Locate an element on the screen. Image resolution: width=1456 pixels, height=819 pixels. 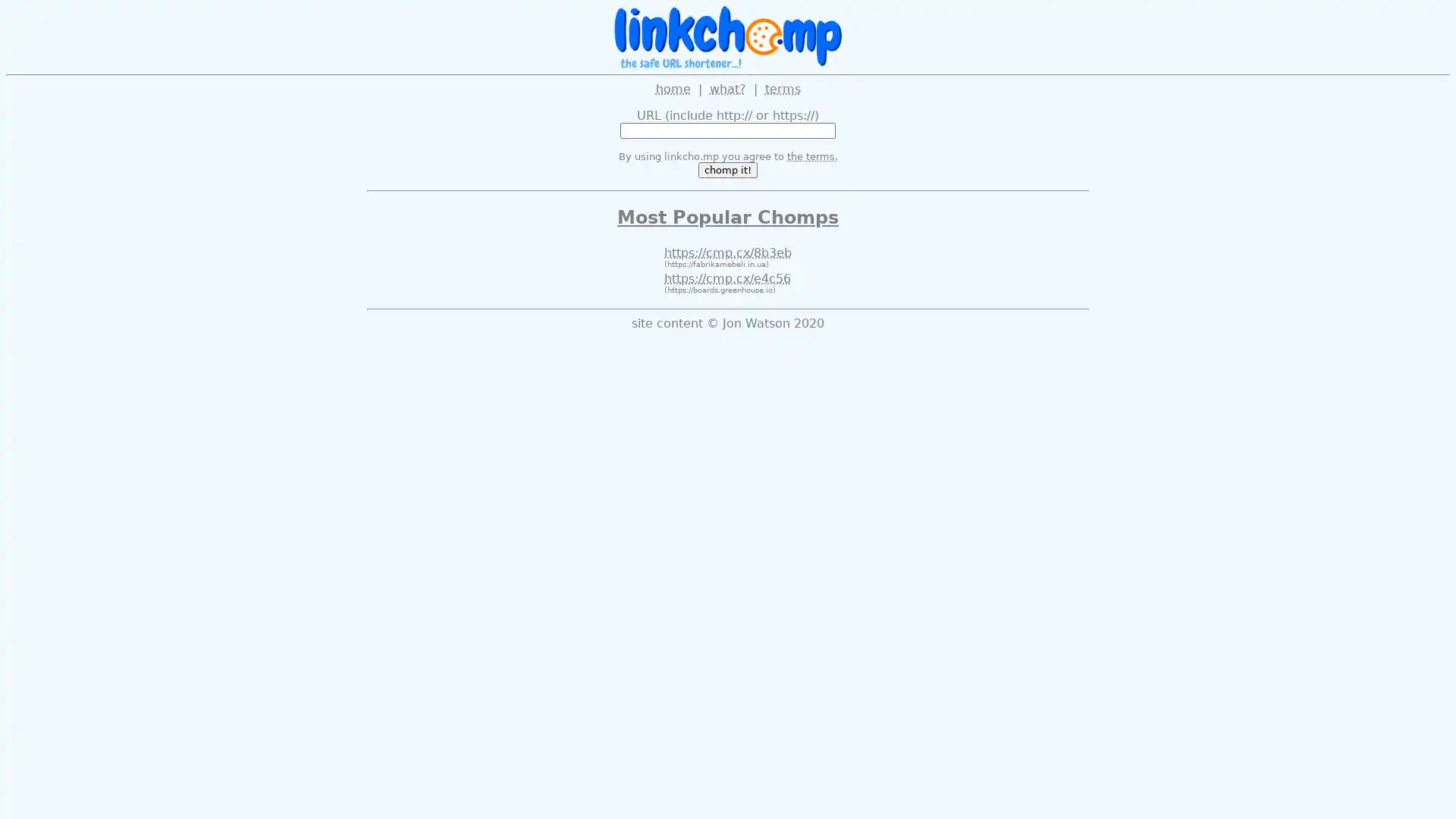
chomp it! is located at coordinates (728, 169).